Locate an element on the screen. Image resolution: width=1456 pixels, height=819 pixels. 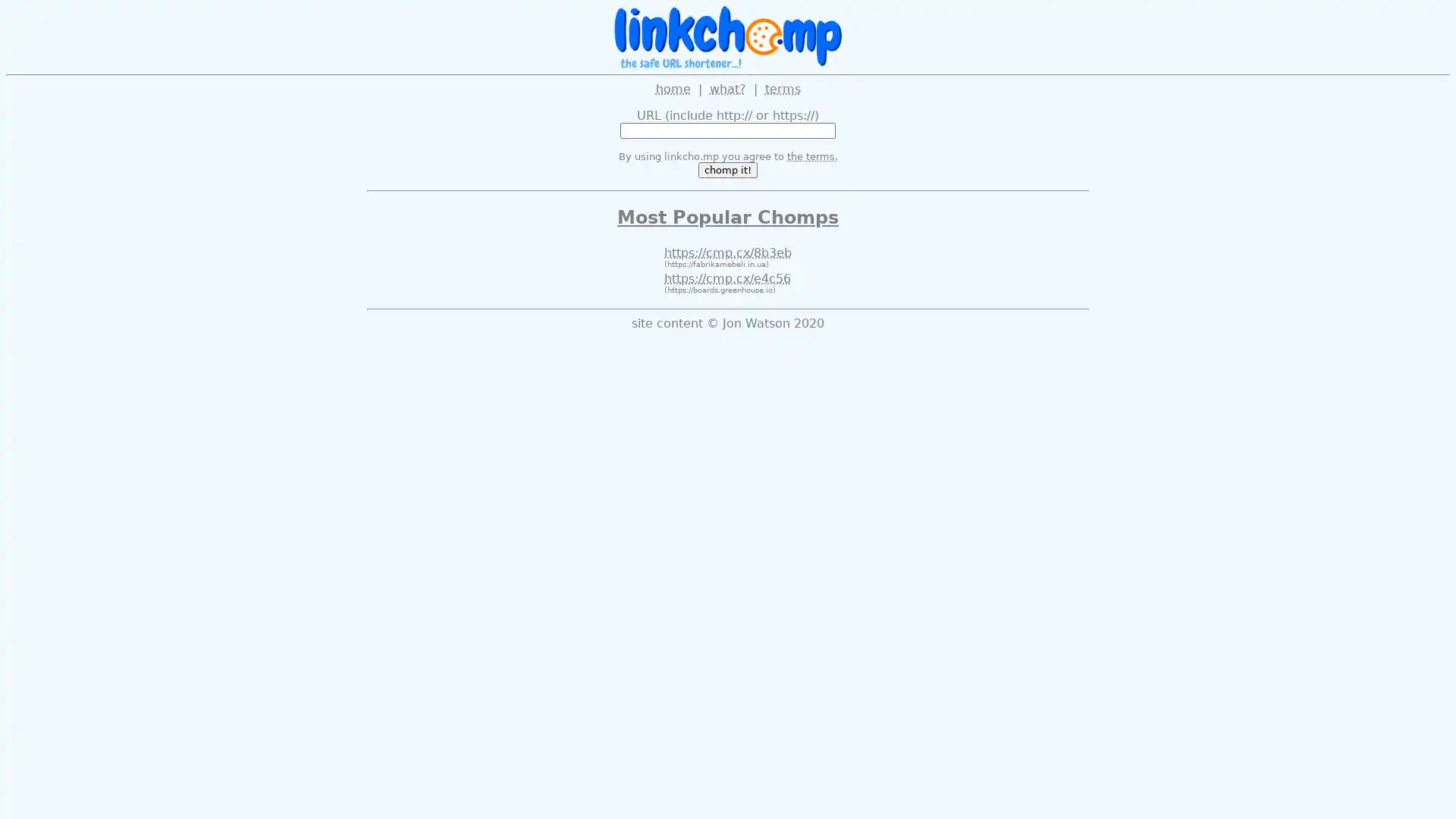
chomp it! is located at coordinates (728, 169).